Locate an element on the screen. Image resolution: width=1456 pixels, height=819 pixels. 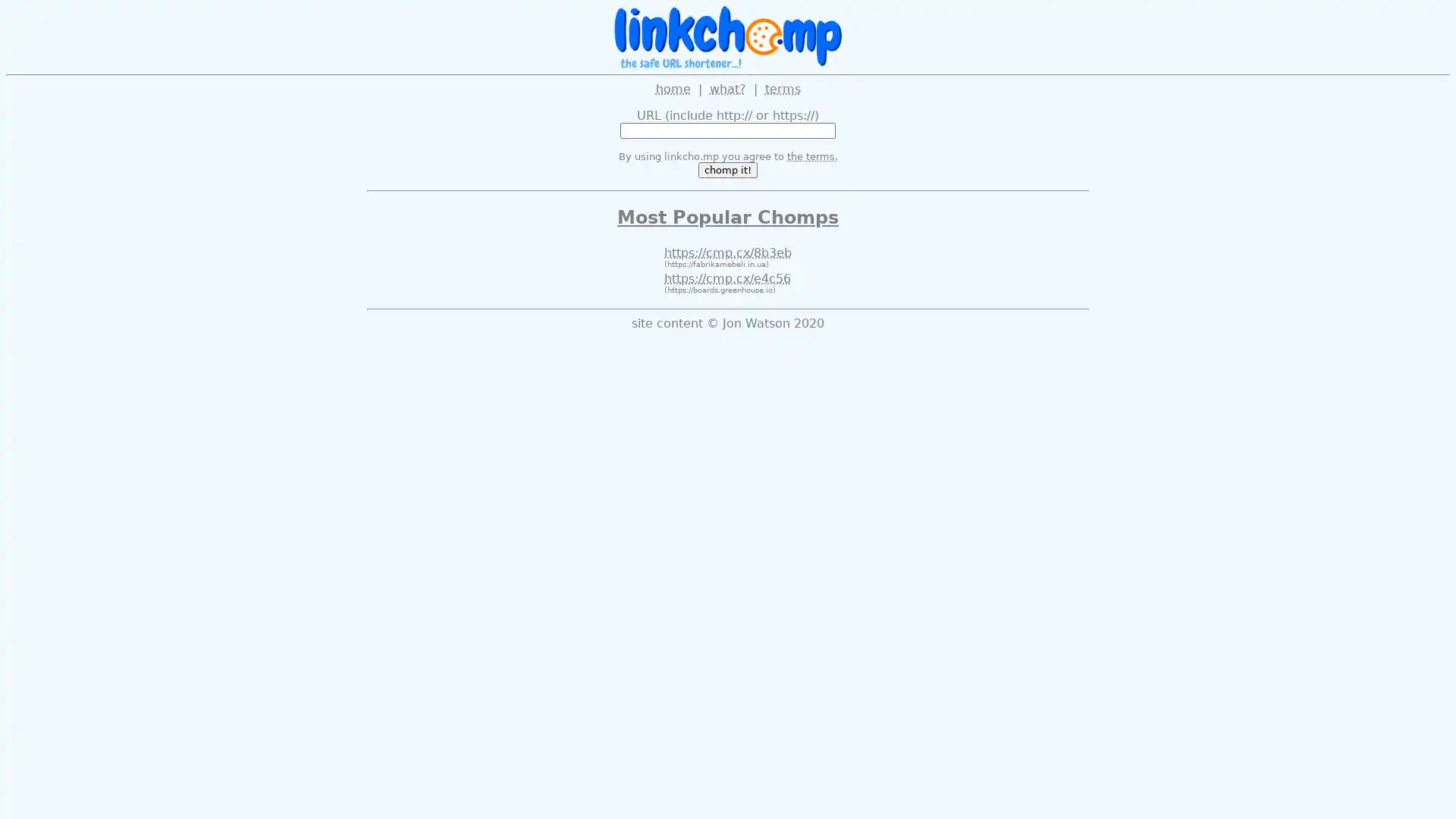
chomp it! is located at coordinates (728, 169).